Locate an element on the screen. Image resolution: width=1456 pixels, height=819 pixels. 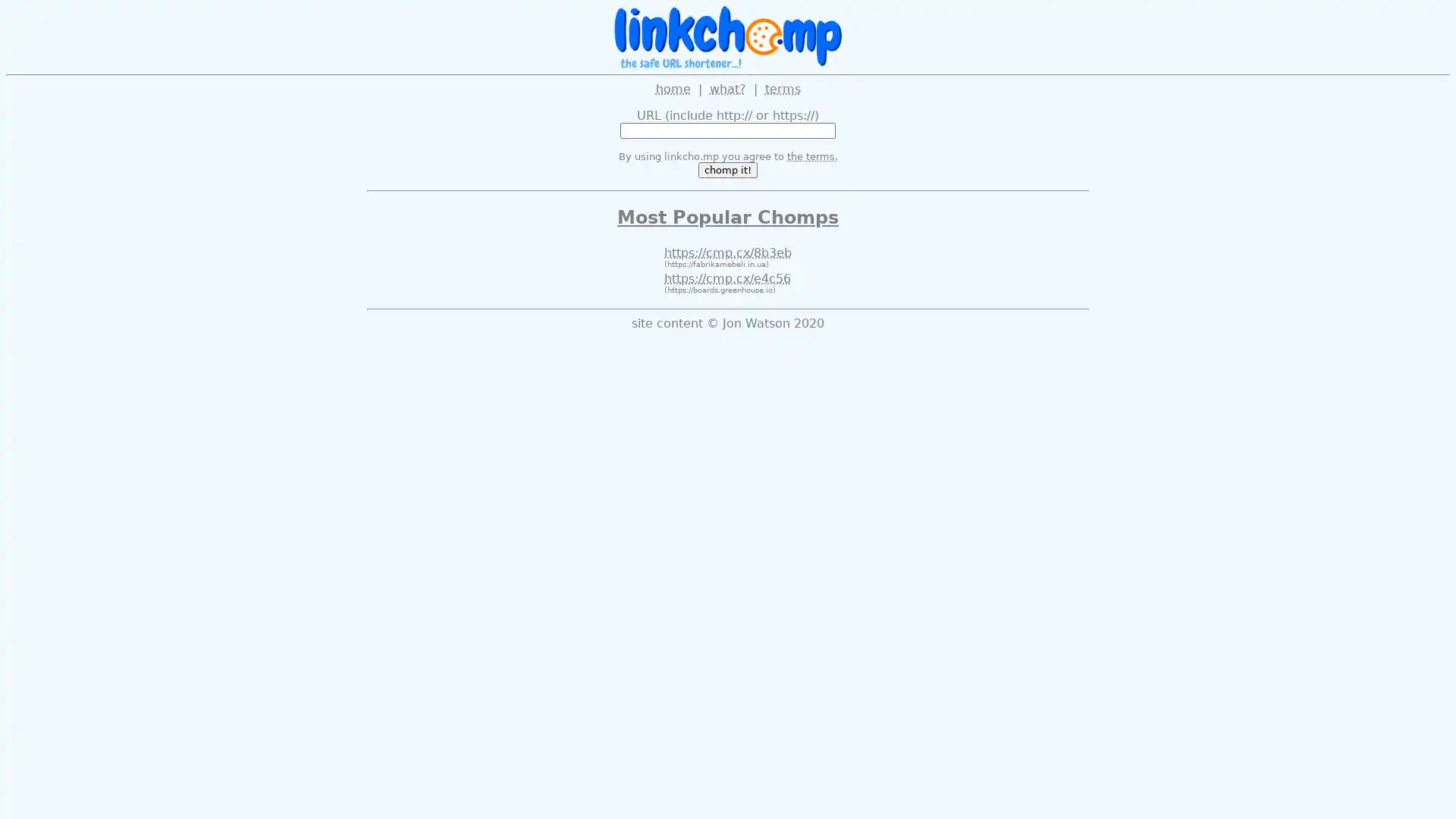
chomp it! is located at coordinates (728, 169).